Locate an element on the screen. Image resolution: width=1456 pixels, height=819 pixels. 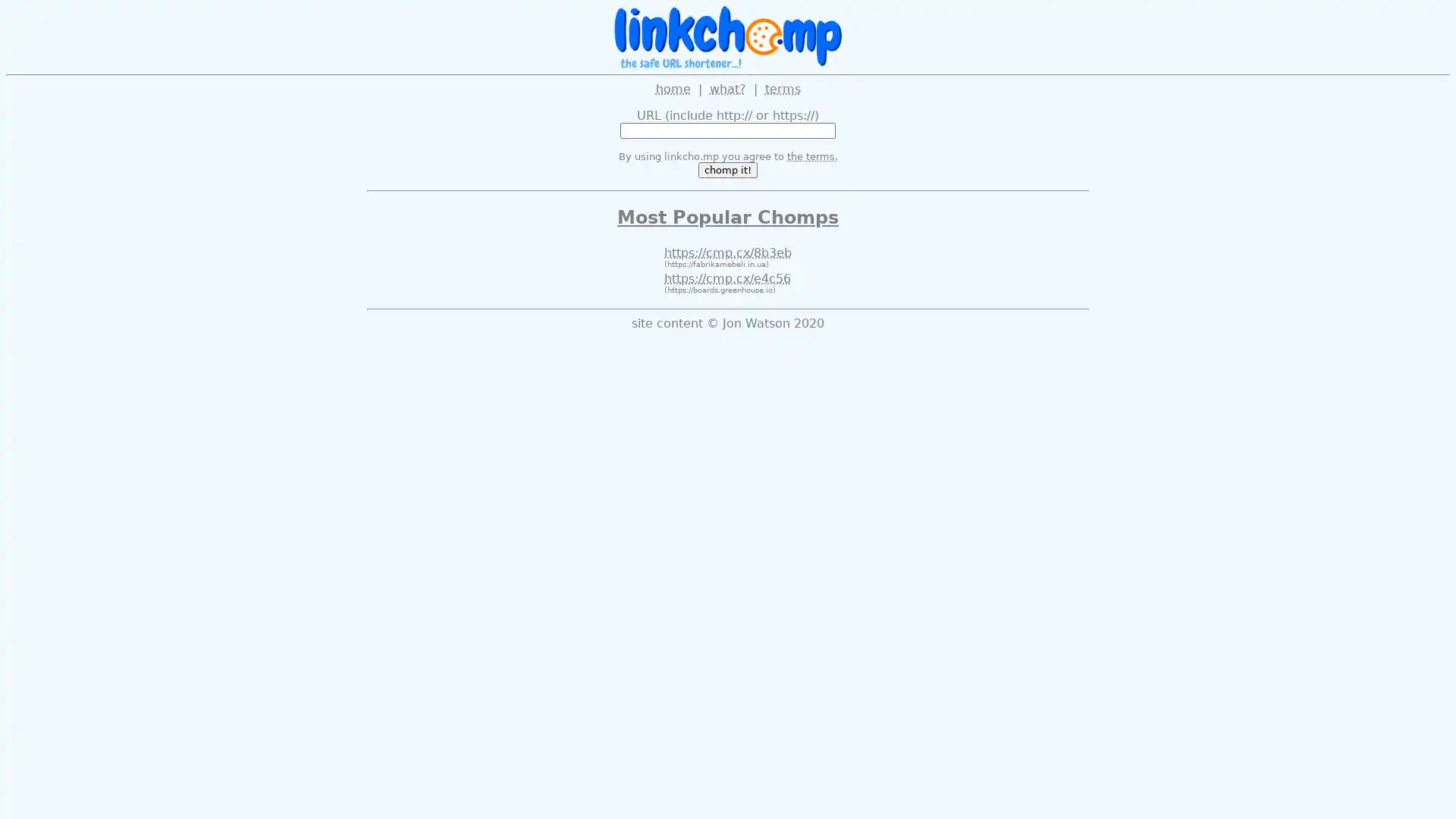
chomp it! is located at coordinates (728, 169).